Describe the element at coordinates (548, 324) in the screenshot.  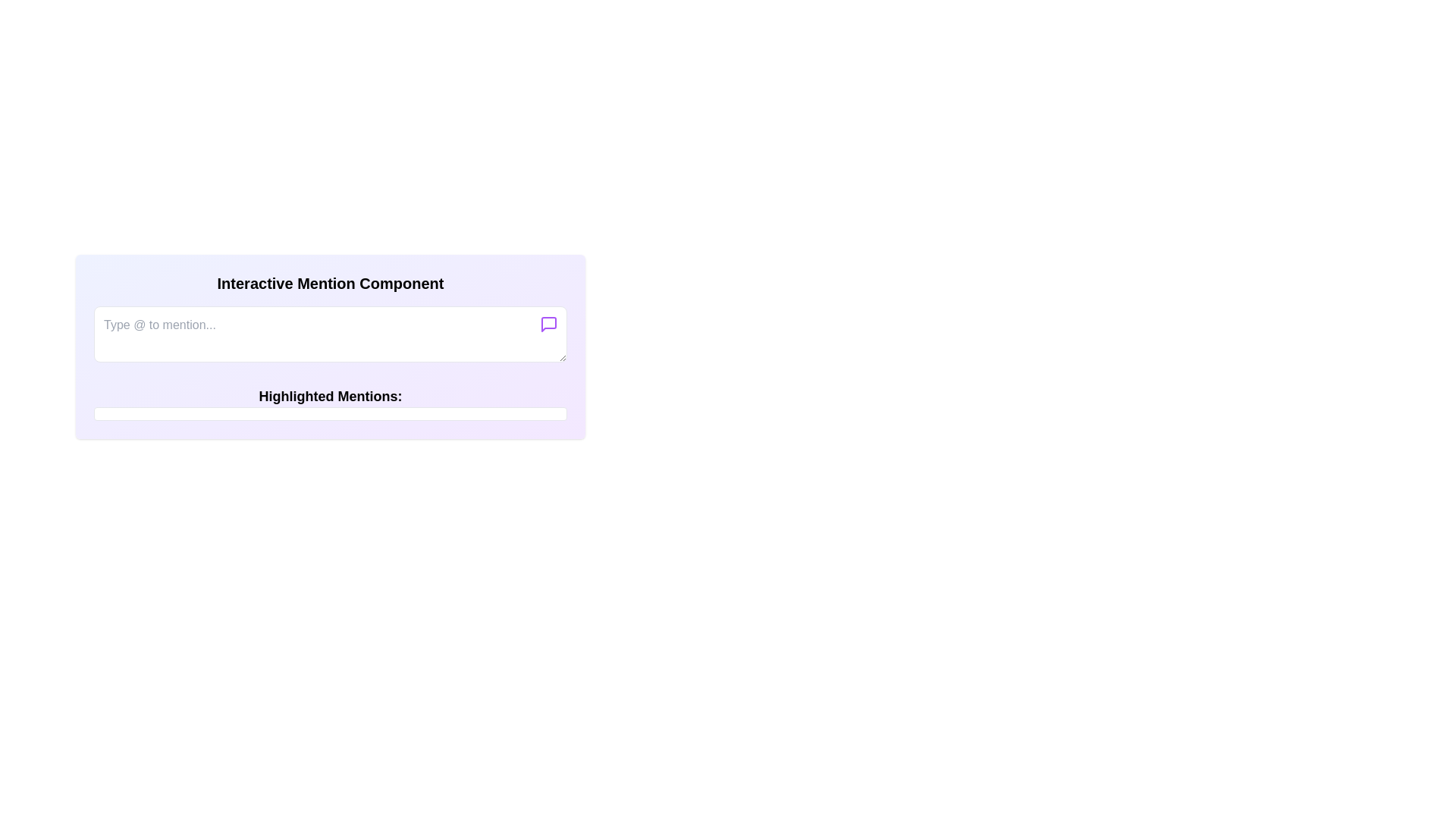
I see `the icon located at the top-right corner within the input box of the 'Interactive Mention Component', which serves as a symbolic representation for message or interaction-related actions` at that location.